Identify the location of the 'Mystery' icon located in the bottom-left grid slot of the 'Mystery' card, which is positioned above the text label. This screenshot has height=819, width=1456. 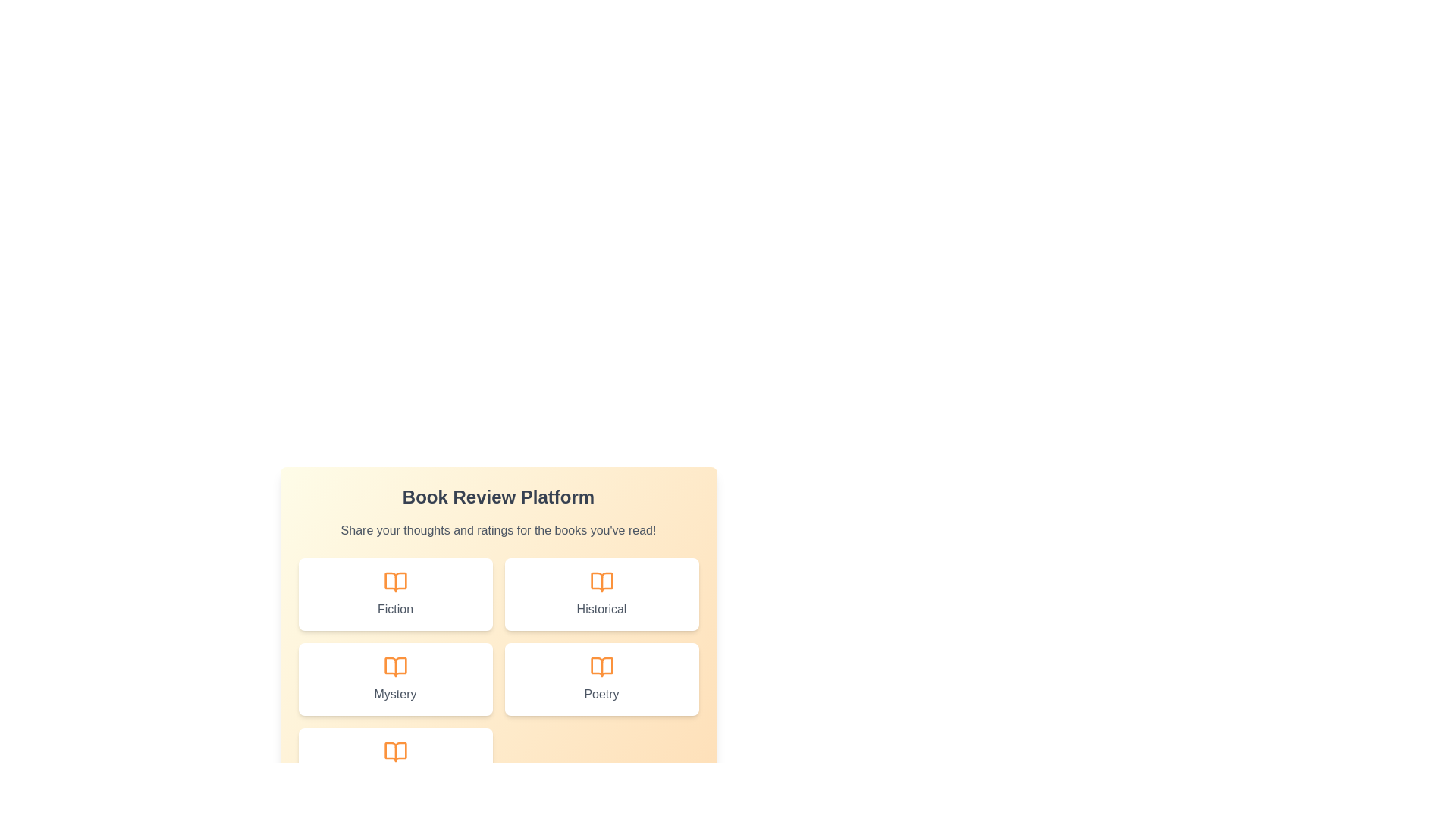
(395, 666).